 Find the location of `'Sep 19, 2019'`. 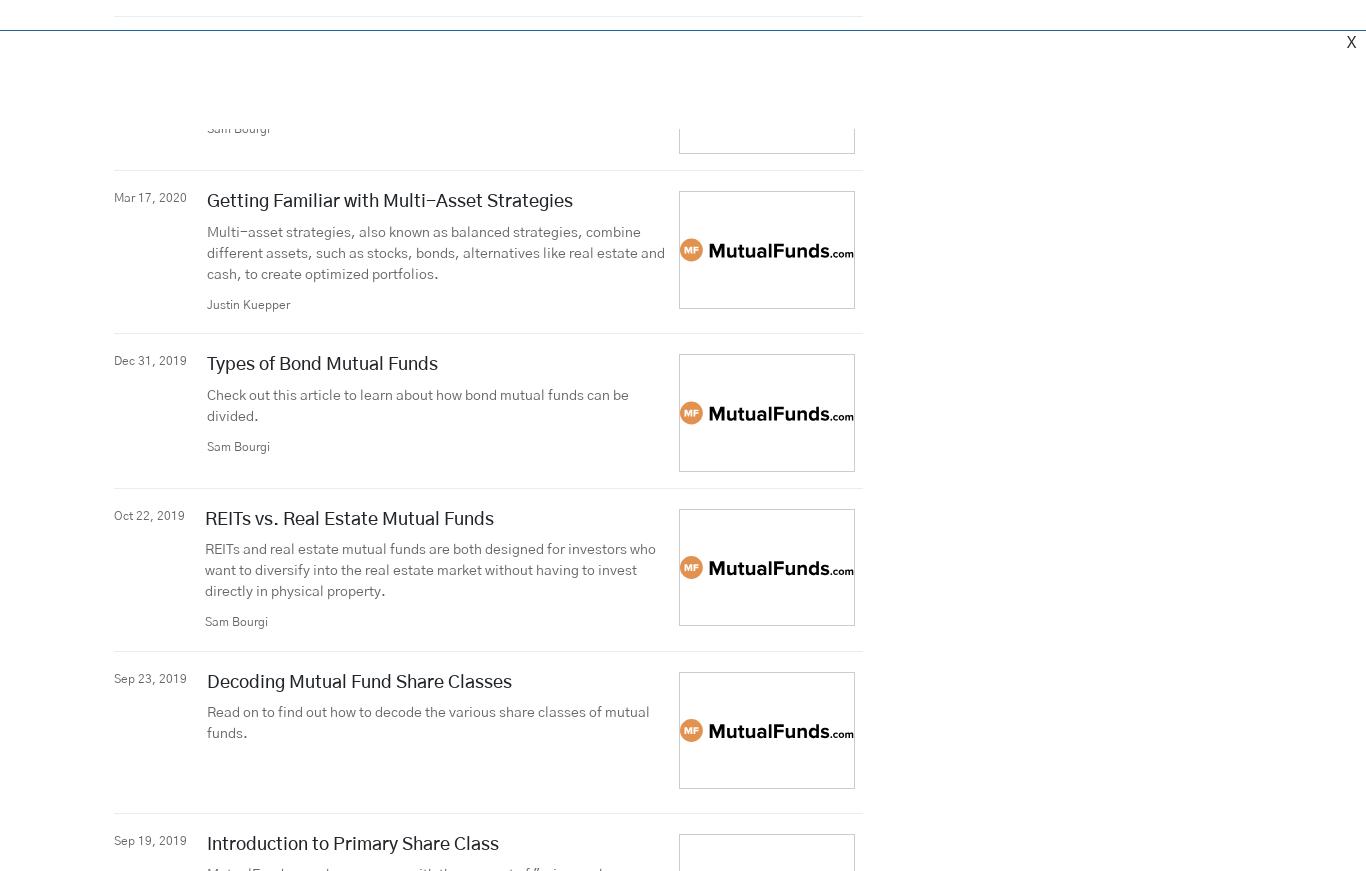

'Sep 19, 2019' is located at coordinates (149, 839).